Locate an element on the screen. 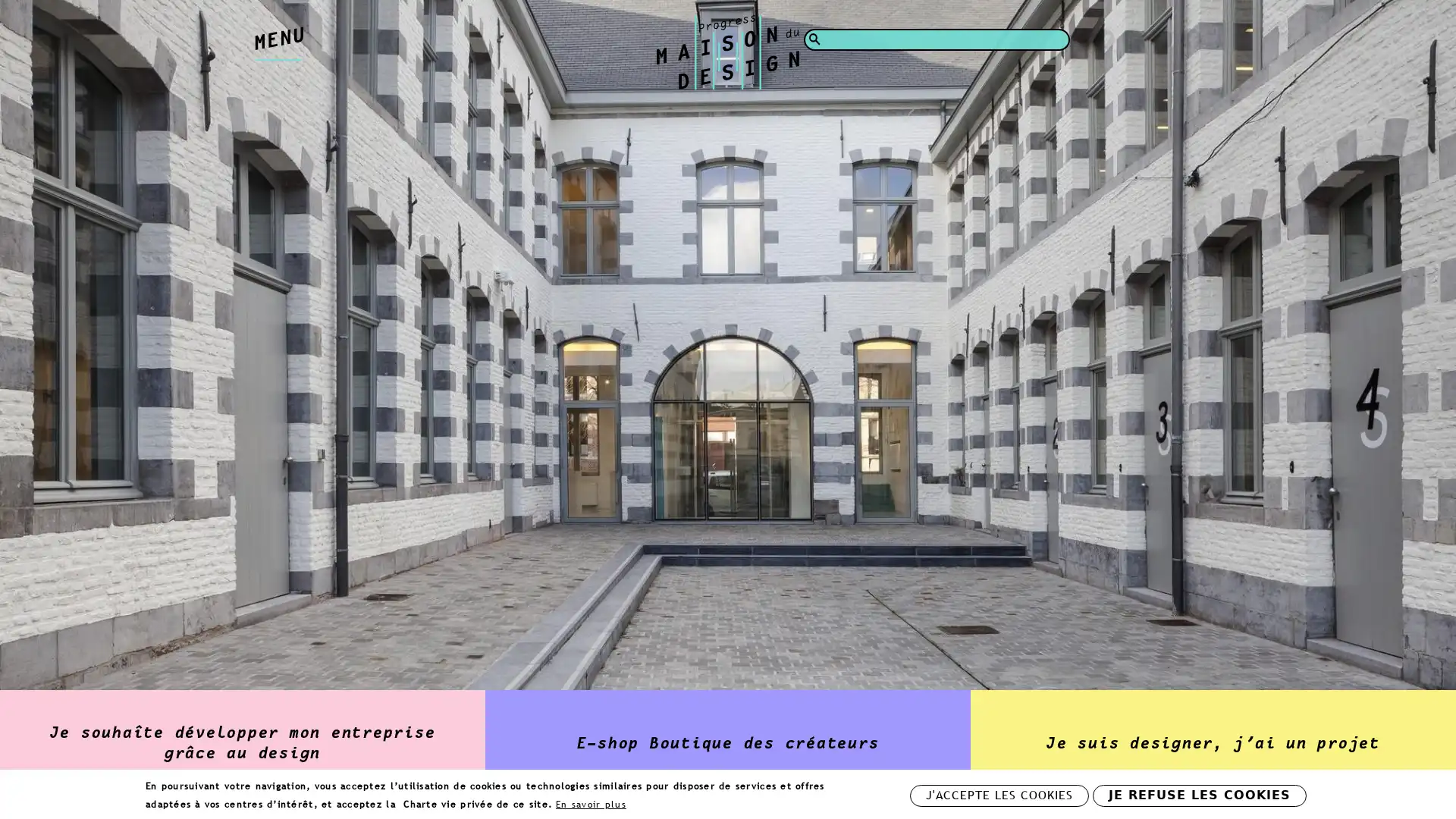  Rechercher is located at coordinates (1059, 40).